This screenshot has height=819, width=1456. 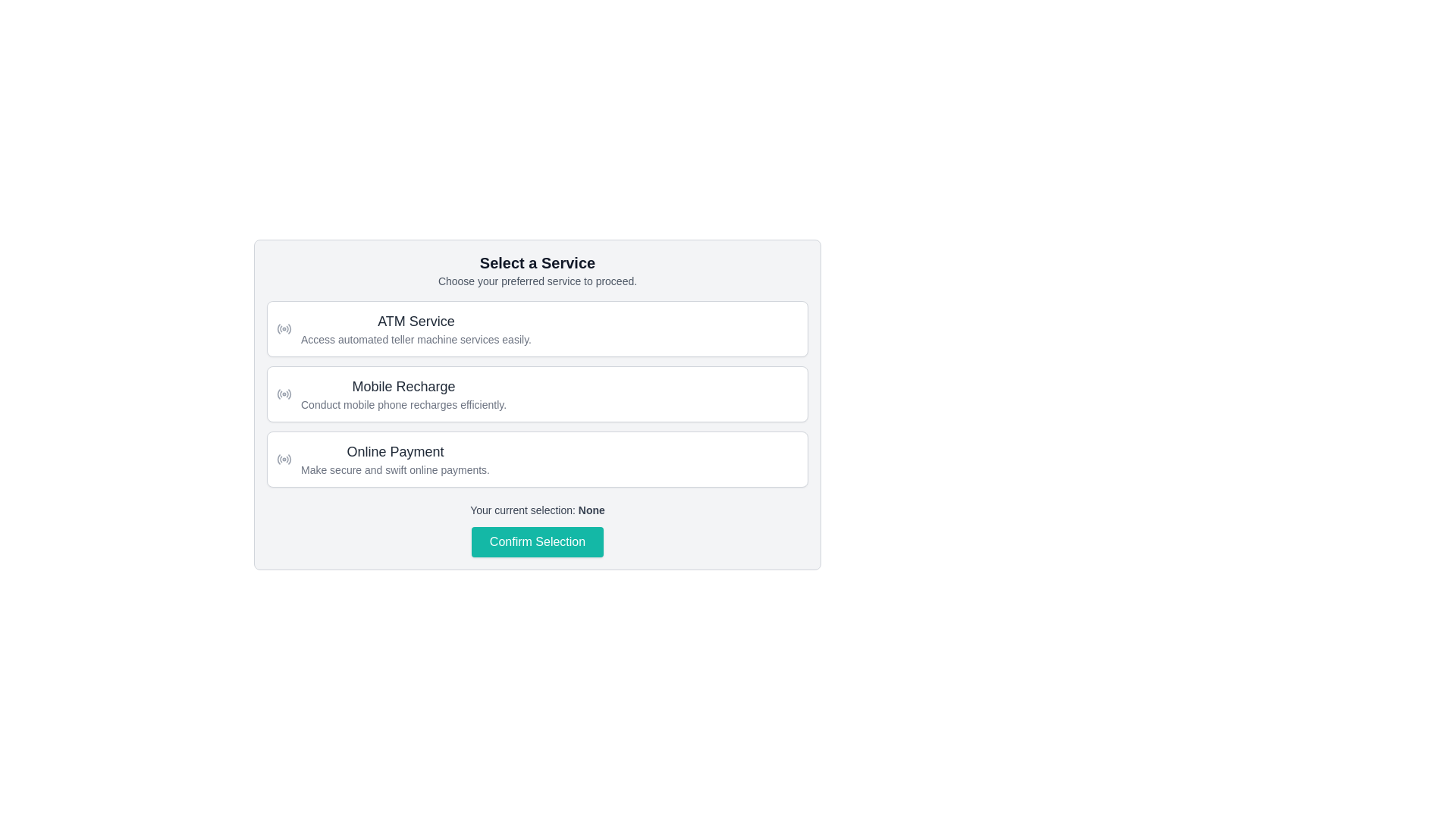 What do you see at coordinates (284, 394) in the screenshot?
I see `the 'Mobile Recharge' icon located in the left section of the 'Mobile Recharge' list entry, which is the first graphical element next to the title text` at bounding box center [284, 394].